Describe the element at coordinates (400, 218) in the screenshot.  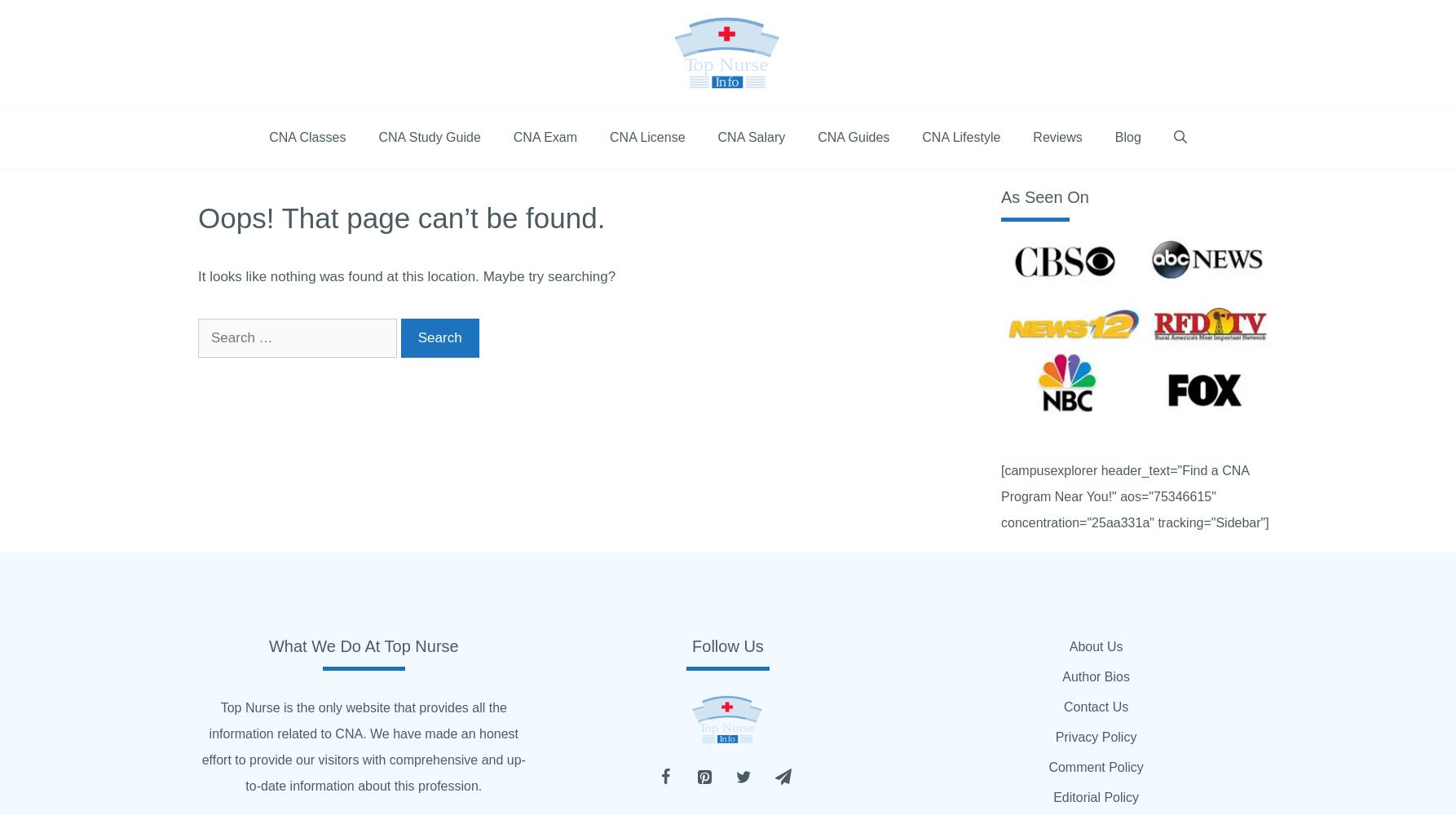
I see `'Oops! That page can’t be found.'` at that location.